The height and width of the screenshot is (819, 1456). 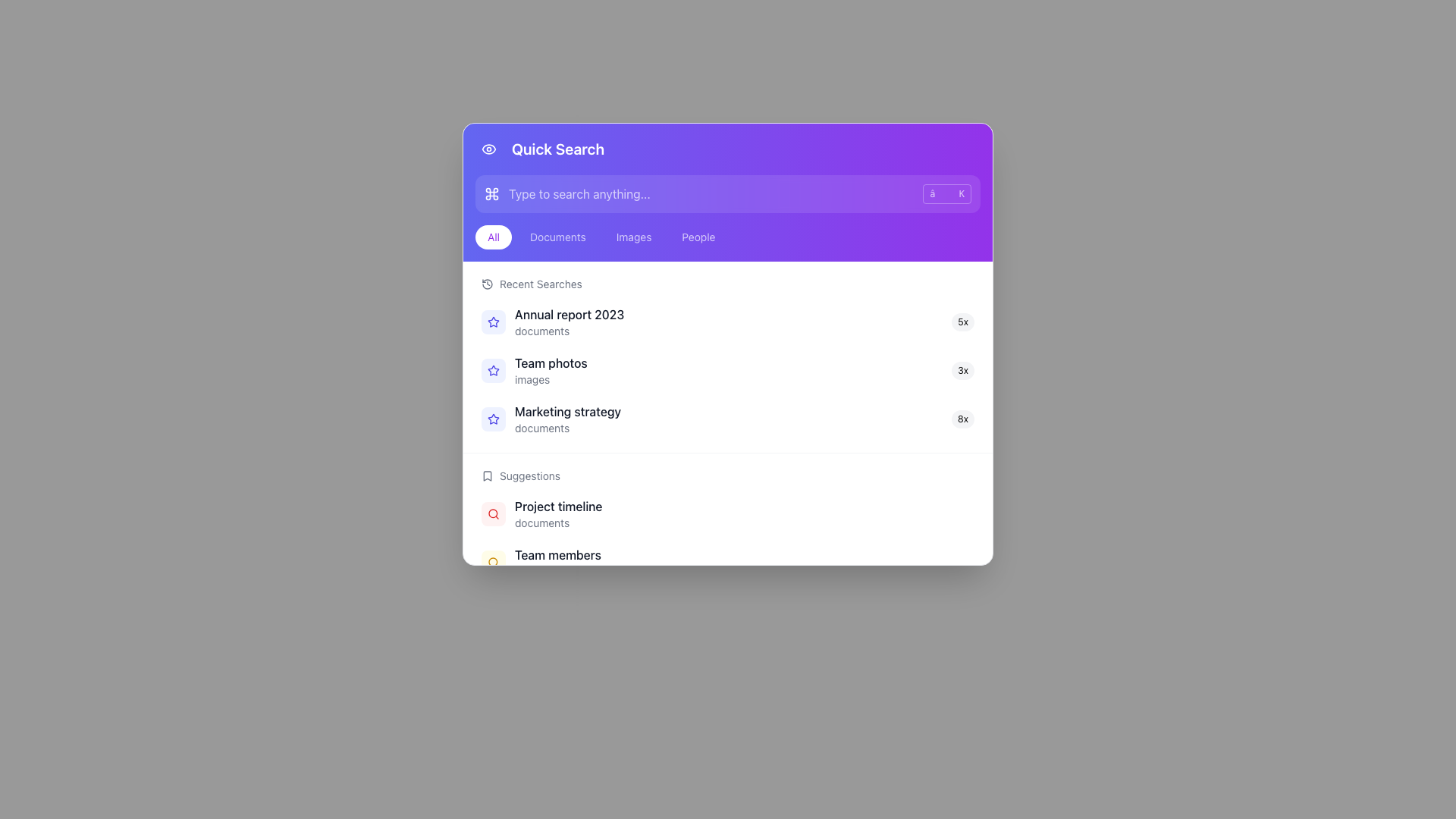 I want to click on the third entry in the 'Recent Searches' section of the quick search dropdown, which provides a shortcut, so click(x=728, y=419).